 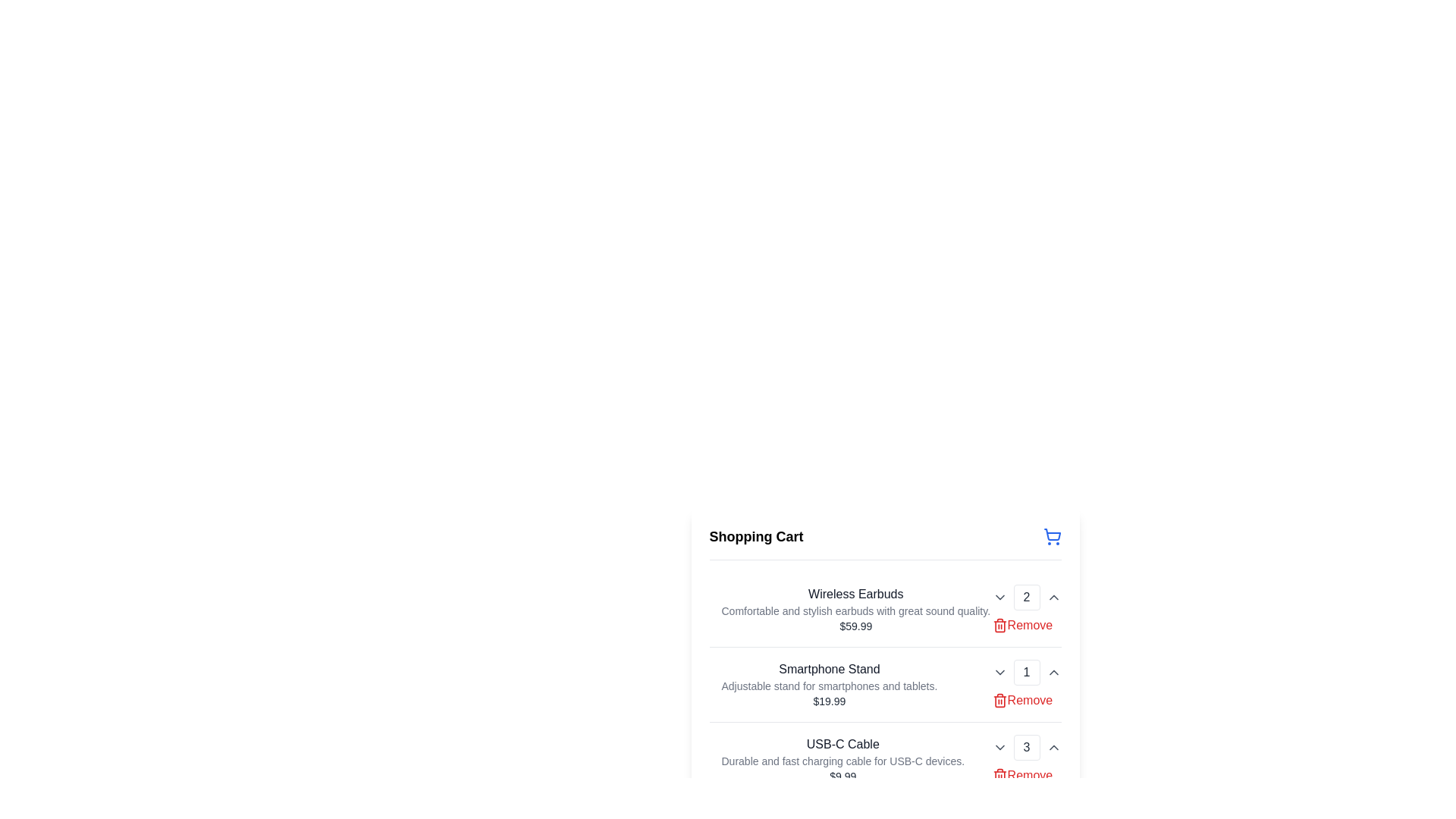 I want to click on the Text Label displaying 'Smartphone Stand' in the shopping cart, which is centrally positioned above the product description and below the header 'Shopping Cart', so click(x=829, y=669).